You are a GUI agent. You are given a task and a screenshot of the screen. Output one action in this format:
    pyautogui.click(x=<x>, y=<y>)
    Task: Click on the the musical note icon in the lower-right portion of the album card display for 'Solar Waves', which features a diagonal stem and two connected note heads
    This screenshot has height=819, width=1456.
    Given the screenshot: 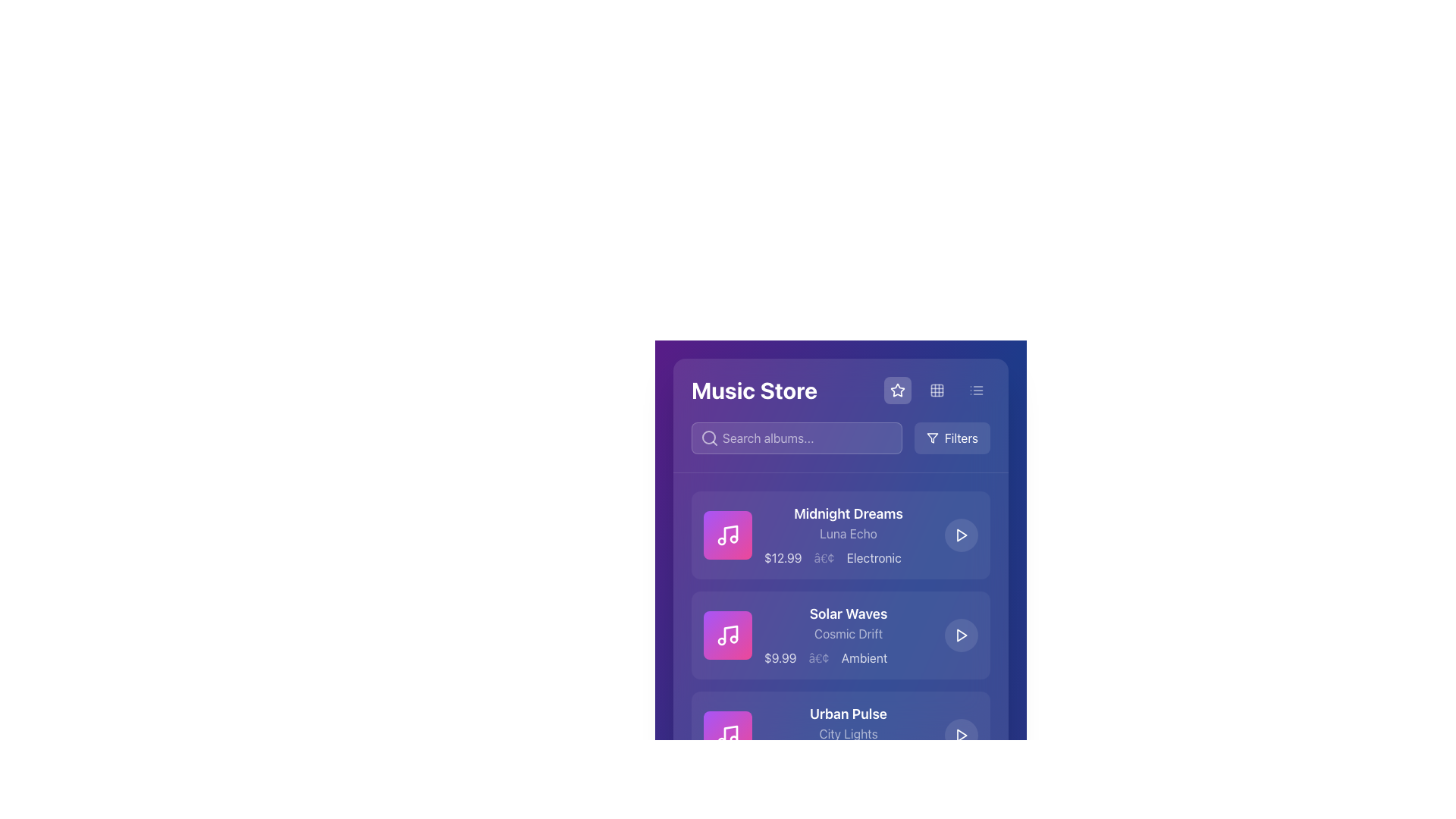 What is the action you would take?
    pyautogui.click(x=731, y=634)
    